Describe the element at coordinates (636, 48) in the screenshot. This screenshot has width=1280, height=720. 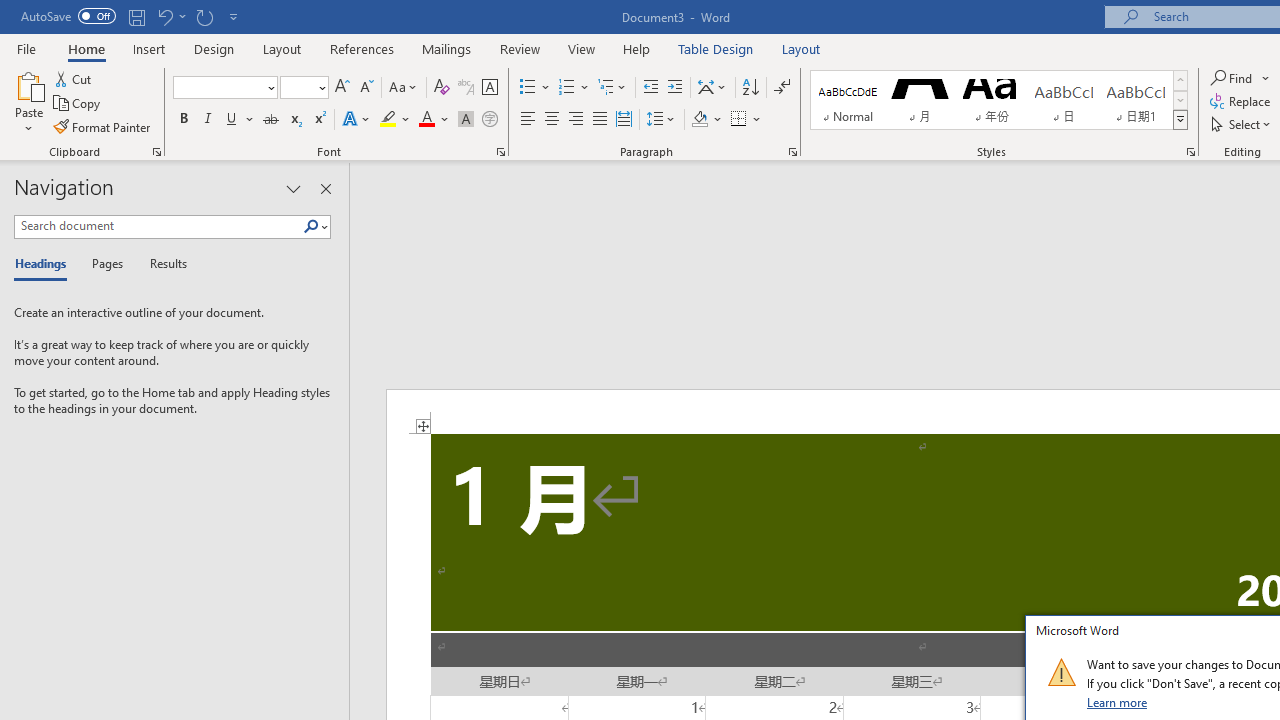
I see `'Help'` at that location.